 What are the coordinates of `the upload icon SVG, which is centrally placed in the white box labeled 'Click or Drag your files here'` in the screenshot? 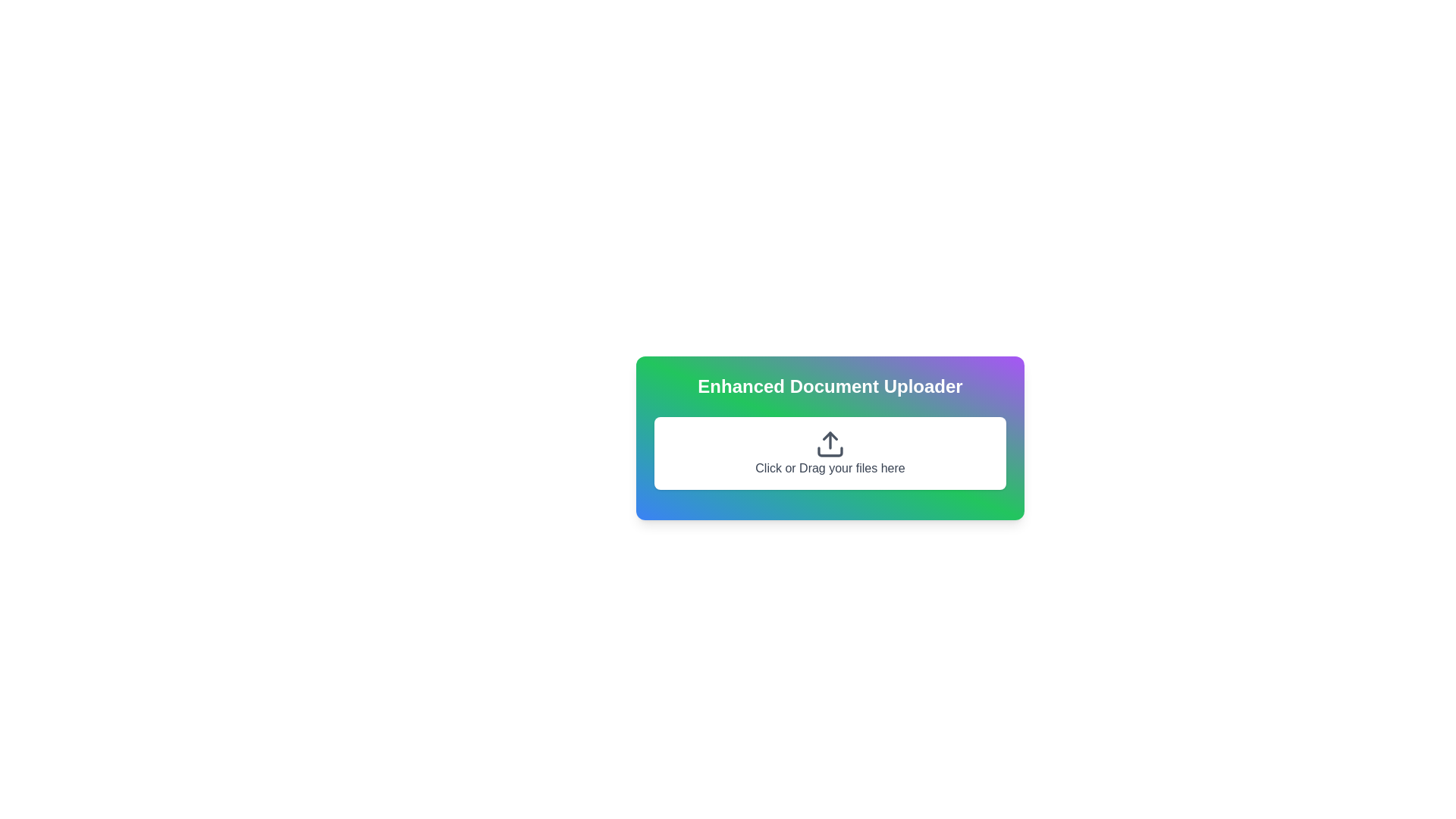 It's located at (829, 444).